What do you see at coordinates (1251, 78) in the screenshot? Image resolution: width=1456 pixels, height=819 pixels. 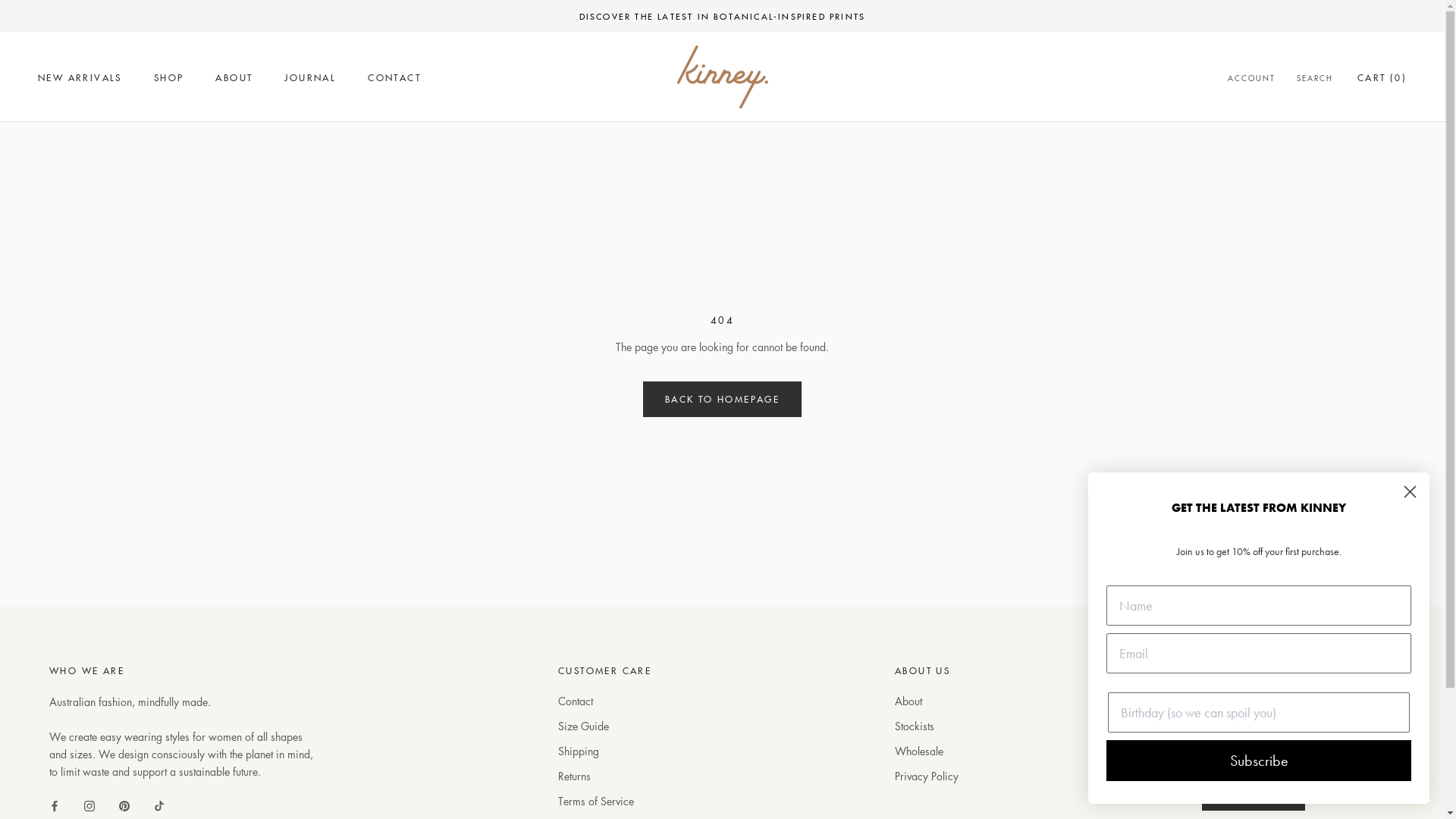 I see `'ACCOUNT'` at bounding box center [1251, 78].